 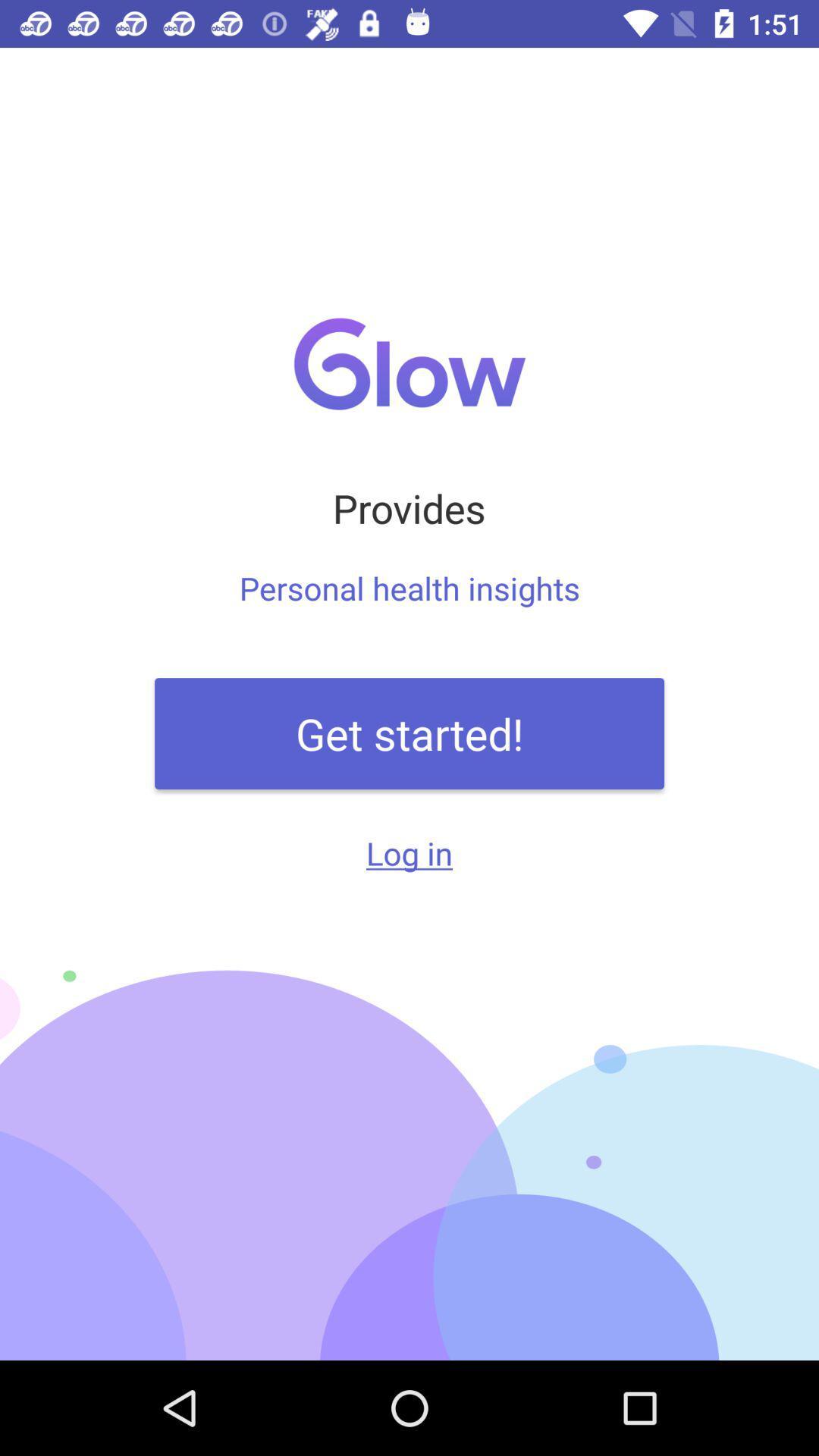 What do you see at coordinates (409, 733) in the screenshot?
I see `the get started! item` at bounding box center [409, 733].